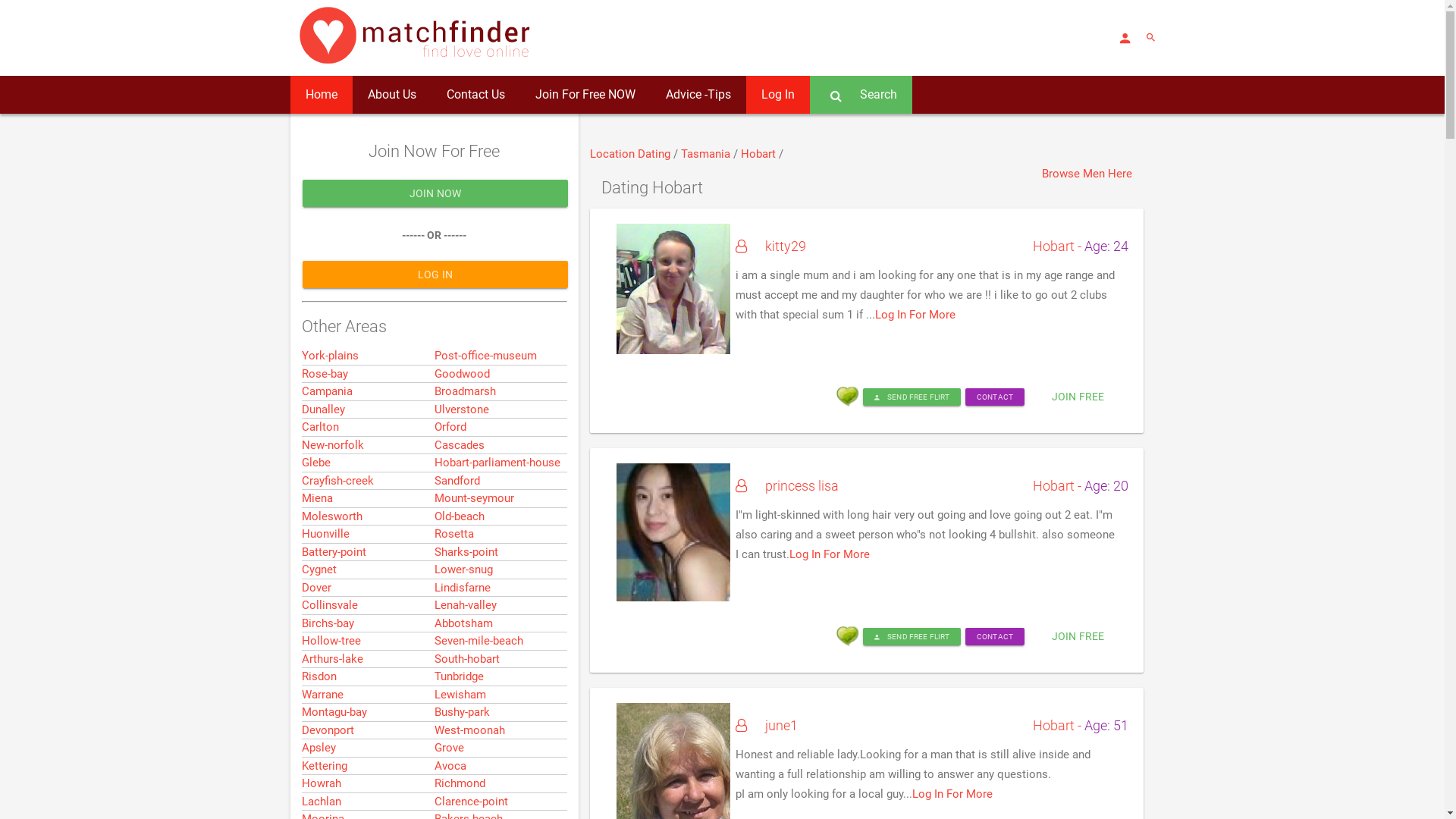 The image size is (1456, 819). What do you see at coordinates (302, 711) in the screenshot?
I see `'Montagu-bay'` at bounding box center [302, 711].